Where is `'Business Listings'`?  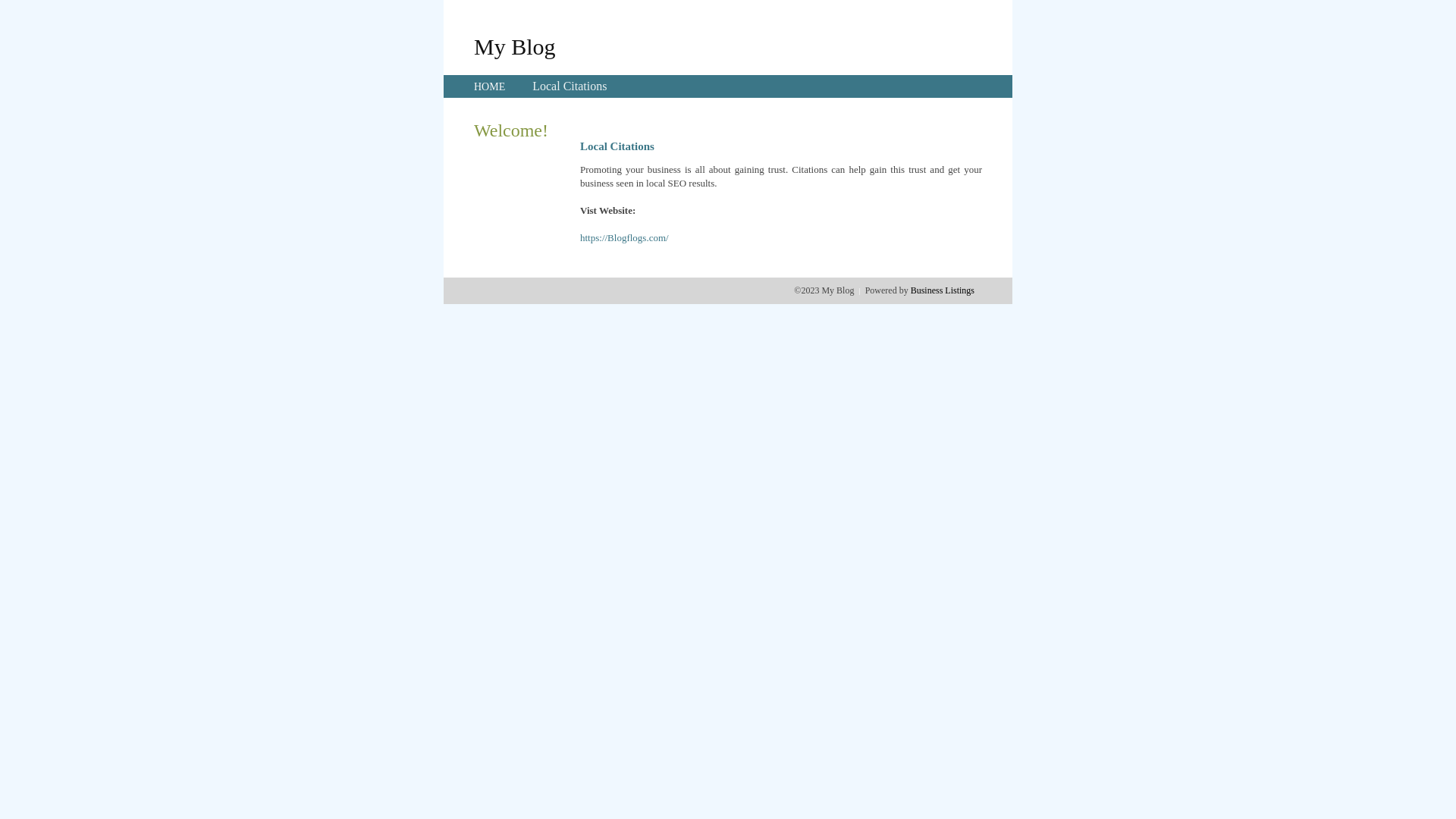 'Business Listings' is located at coordinates (942, 290).